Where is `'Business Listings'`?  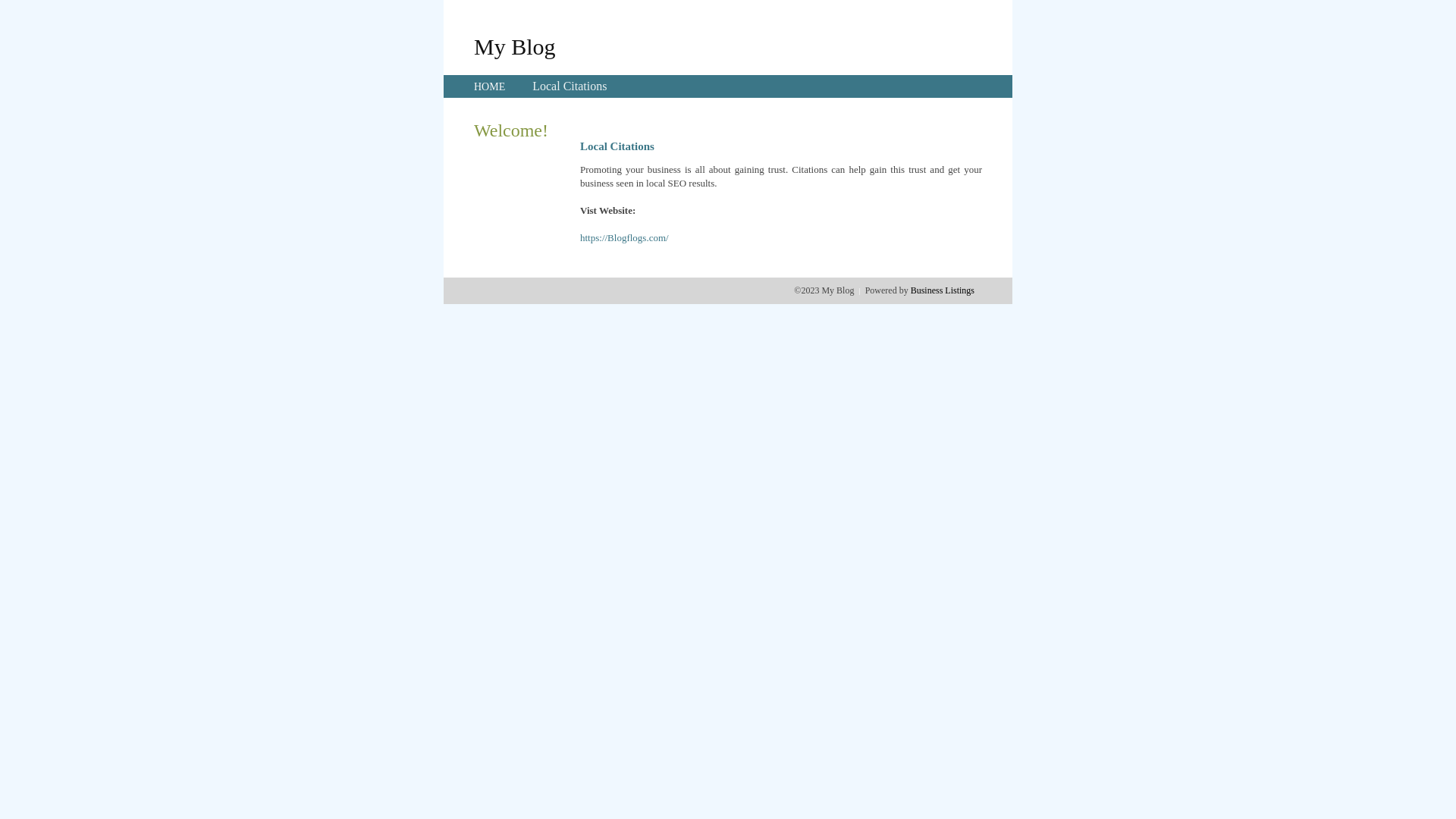 'Business Listings' is located at coordinates (942, 290).